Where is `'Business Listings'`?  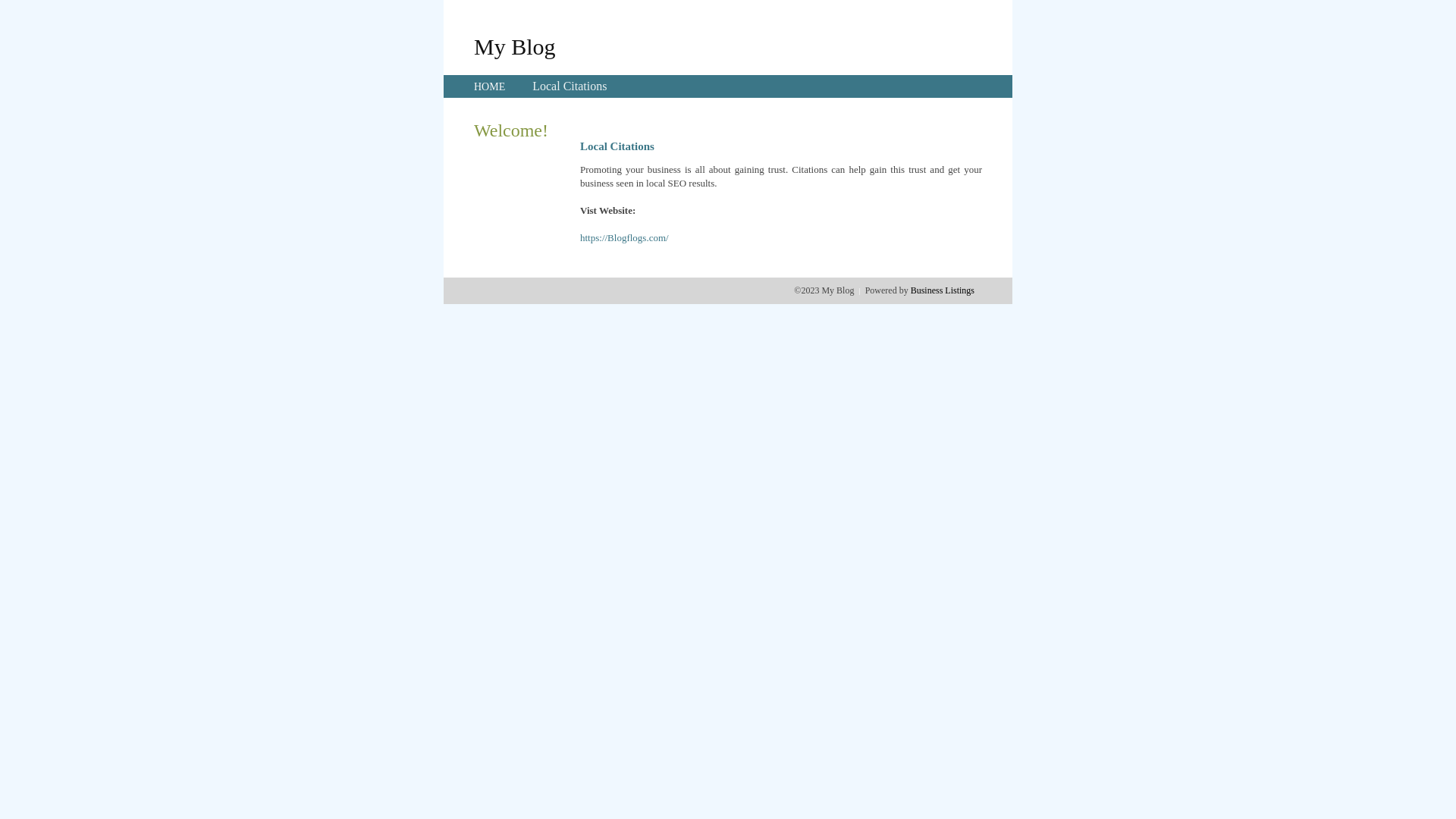 'Business Listings' is located at coordinates (942, 290).